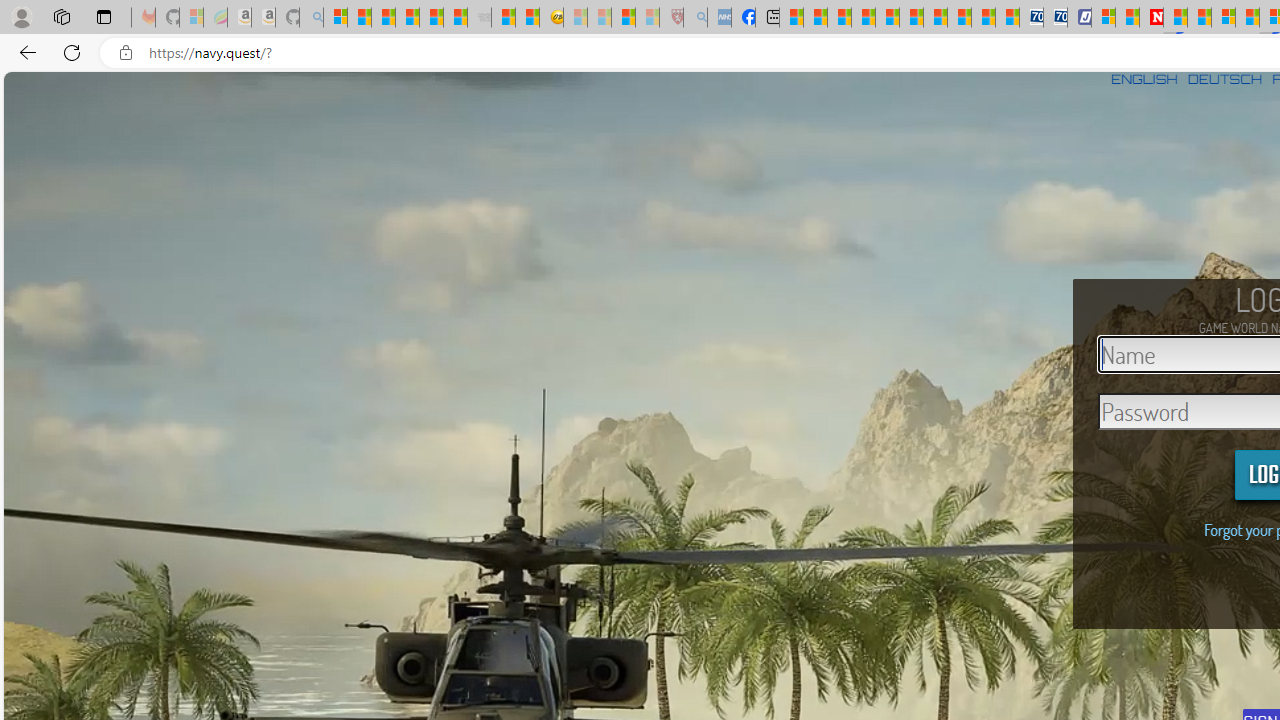  I want to click on 'Stocks - MSN', so click(454, 17).